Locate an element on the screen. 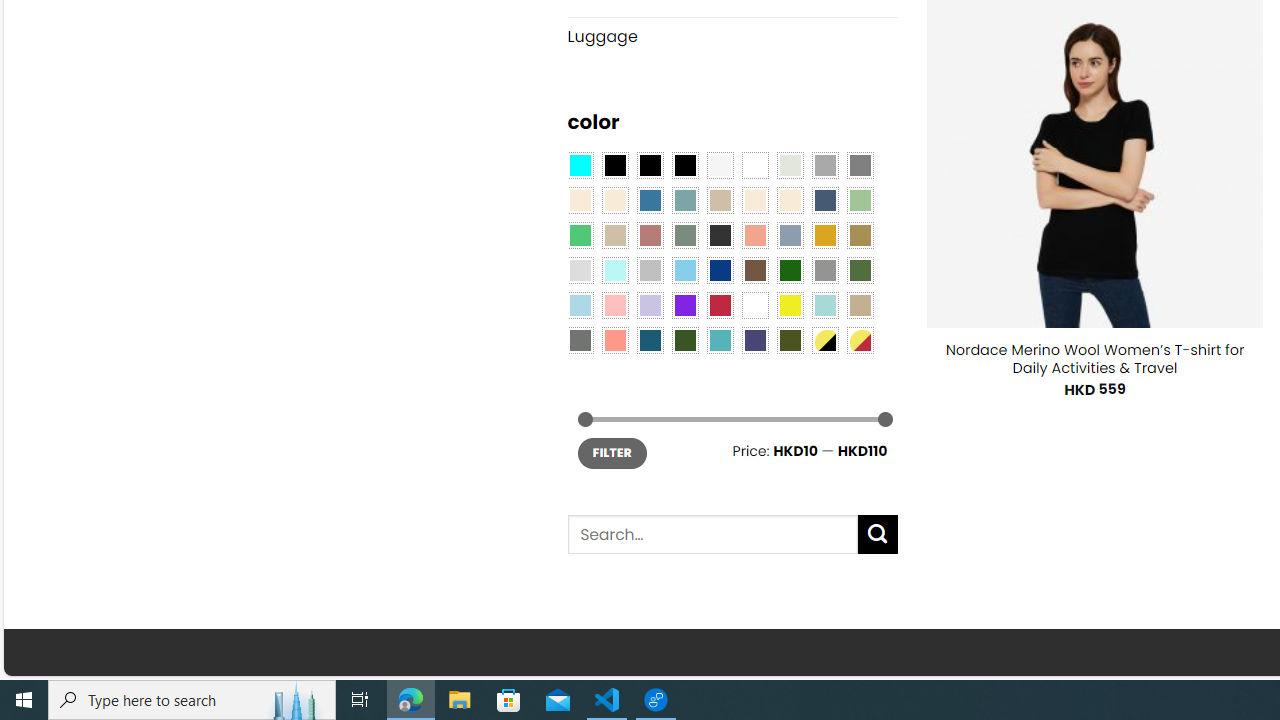 This screenshot has height=720, width=1280. 'Teal' is located at coordinates (720, 338).